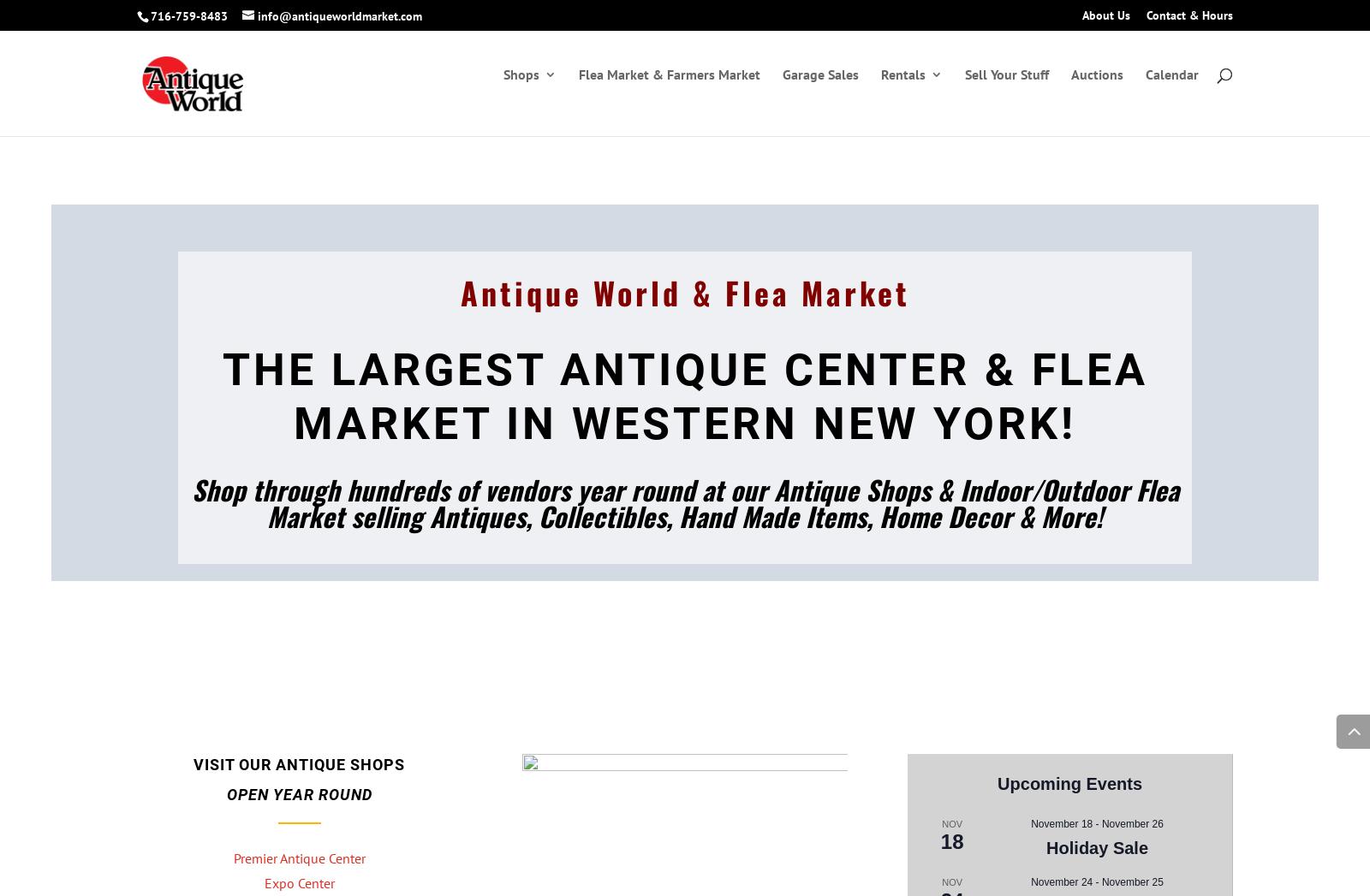 The width and height of the screenshot is (1370, 896). What do you see at coordinates (521, 92) in the screenshot?
I see `'Shops'` at bounding box center [521, 92].